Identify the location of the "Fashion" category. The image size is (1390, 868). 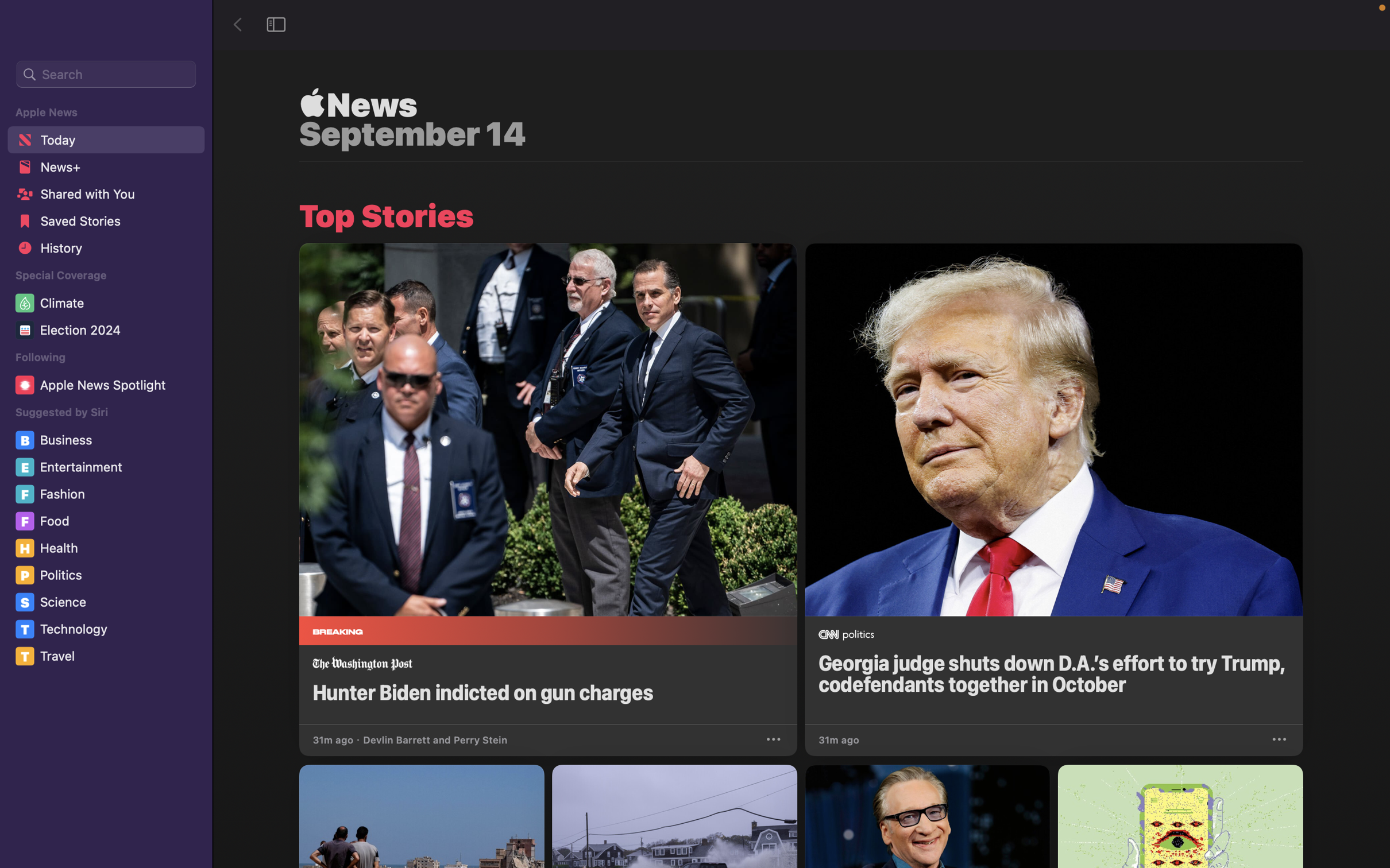
(107, 494).